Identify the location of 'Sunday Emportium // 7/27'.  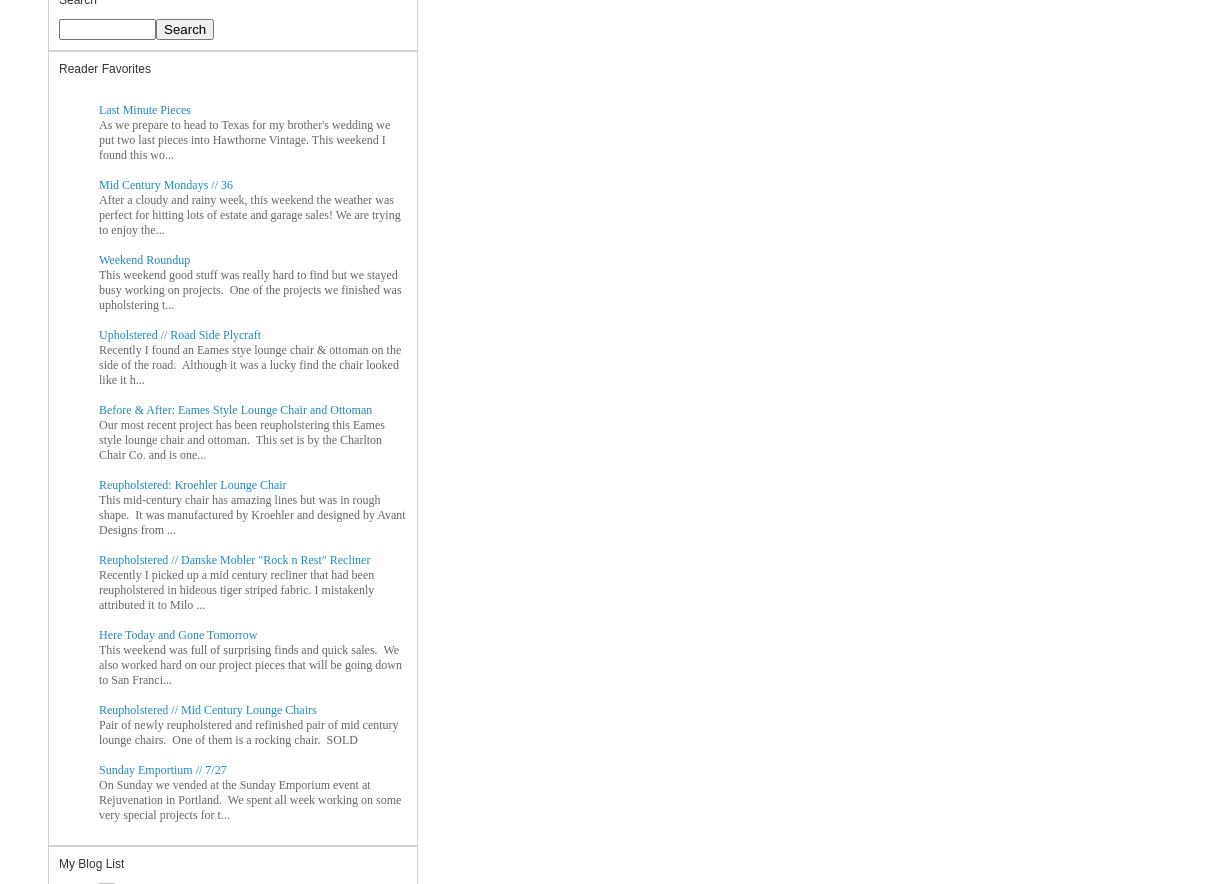
(162, 768).